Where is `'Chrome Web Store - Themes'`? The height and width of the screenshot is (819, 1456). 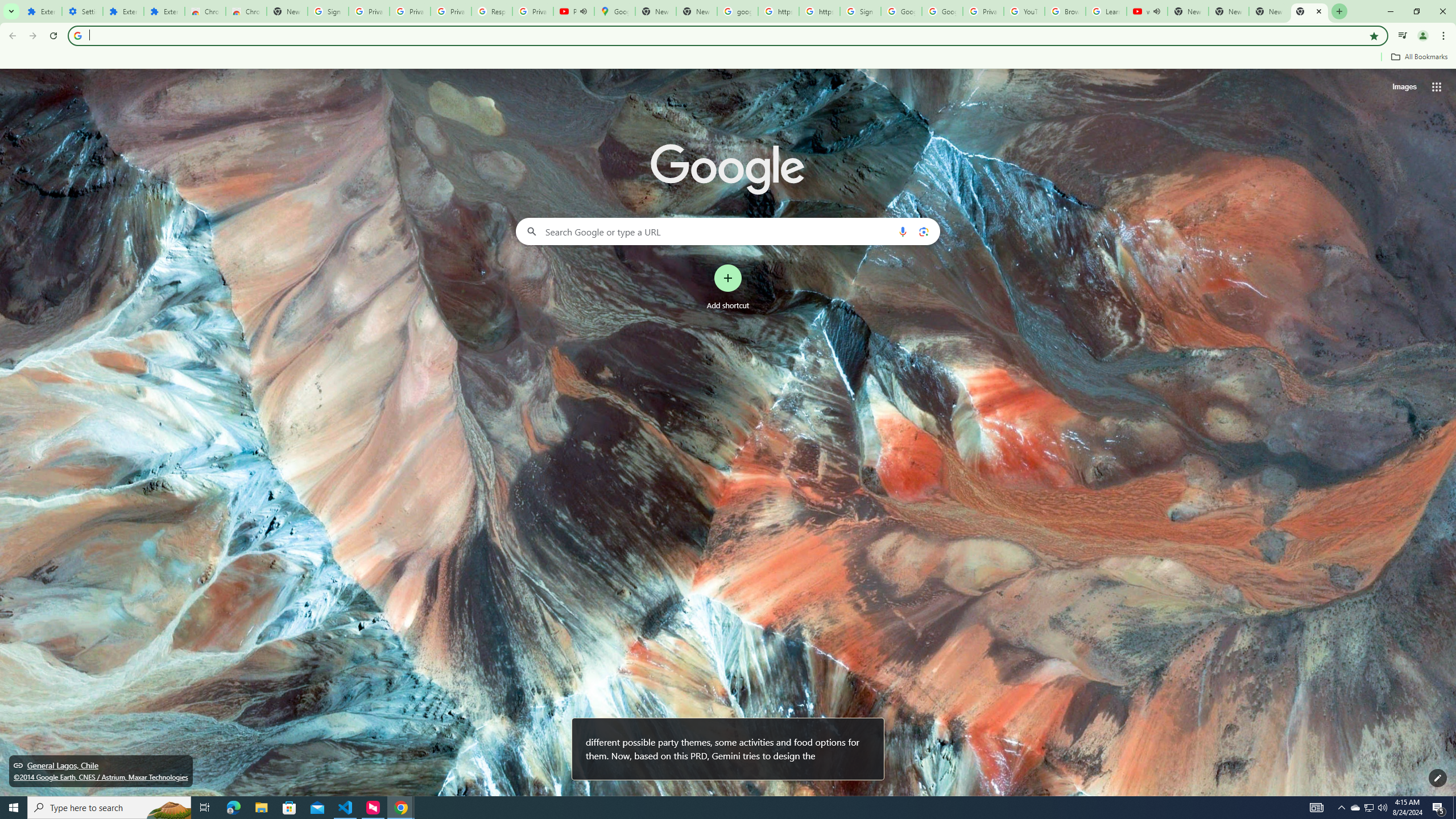
'Chrome Web Store - Themes' is located at coordinates (246, 11).